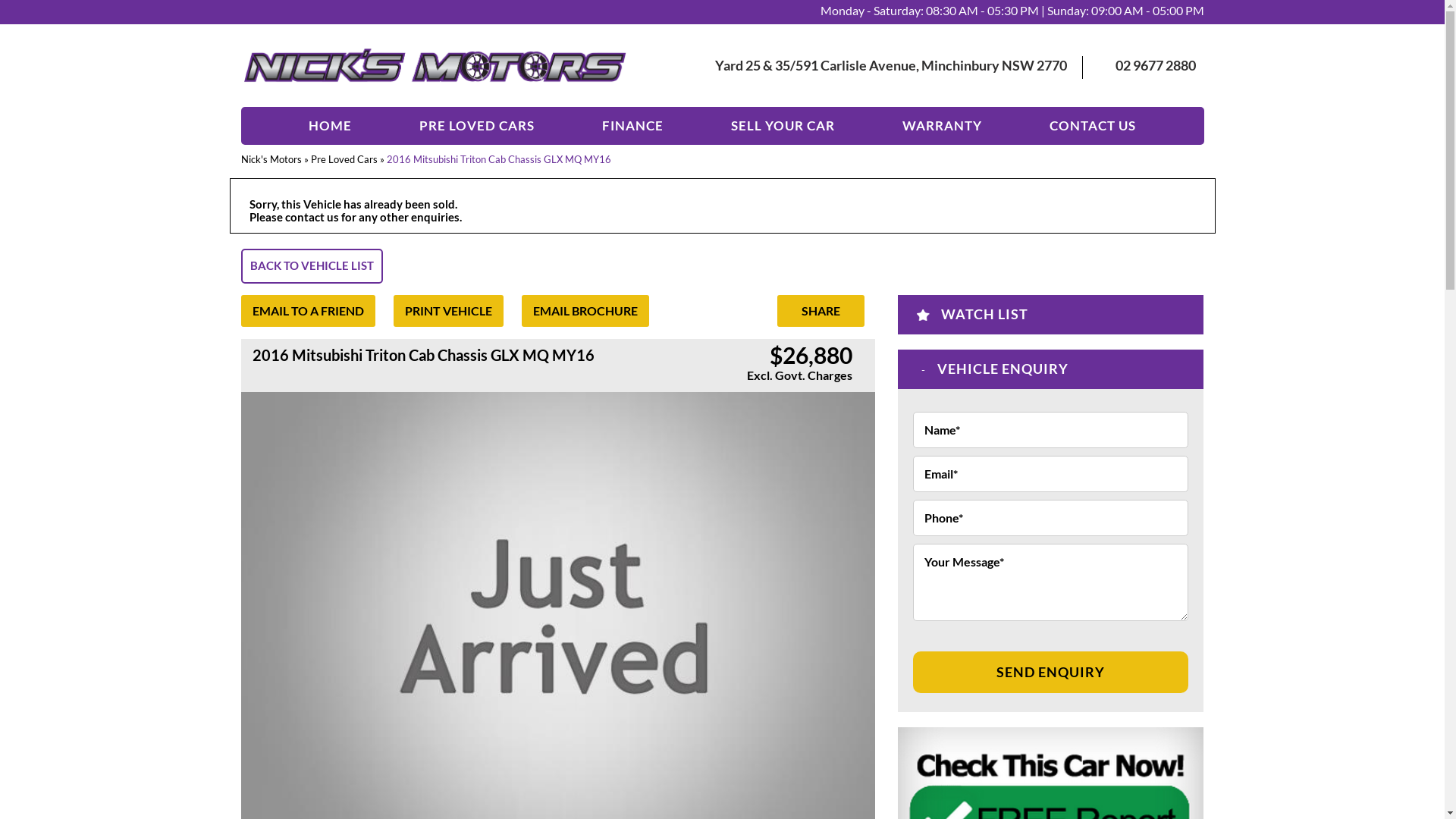 This screenshot has width=1456, height=819. I want to click on 'WATCH LIST', so click(984, 312).